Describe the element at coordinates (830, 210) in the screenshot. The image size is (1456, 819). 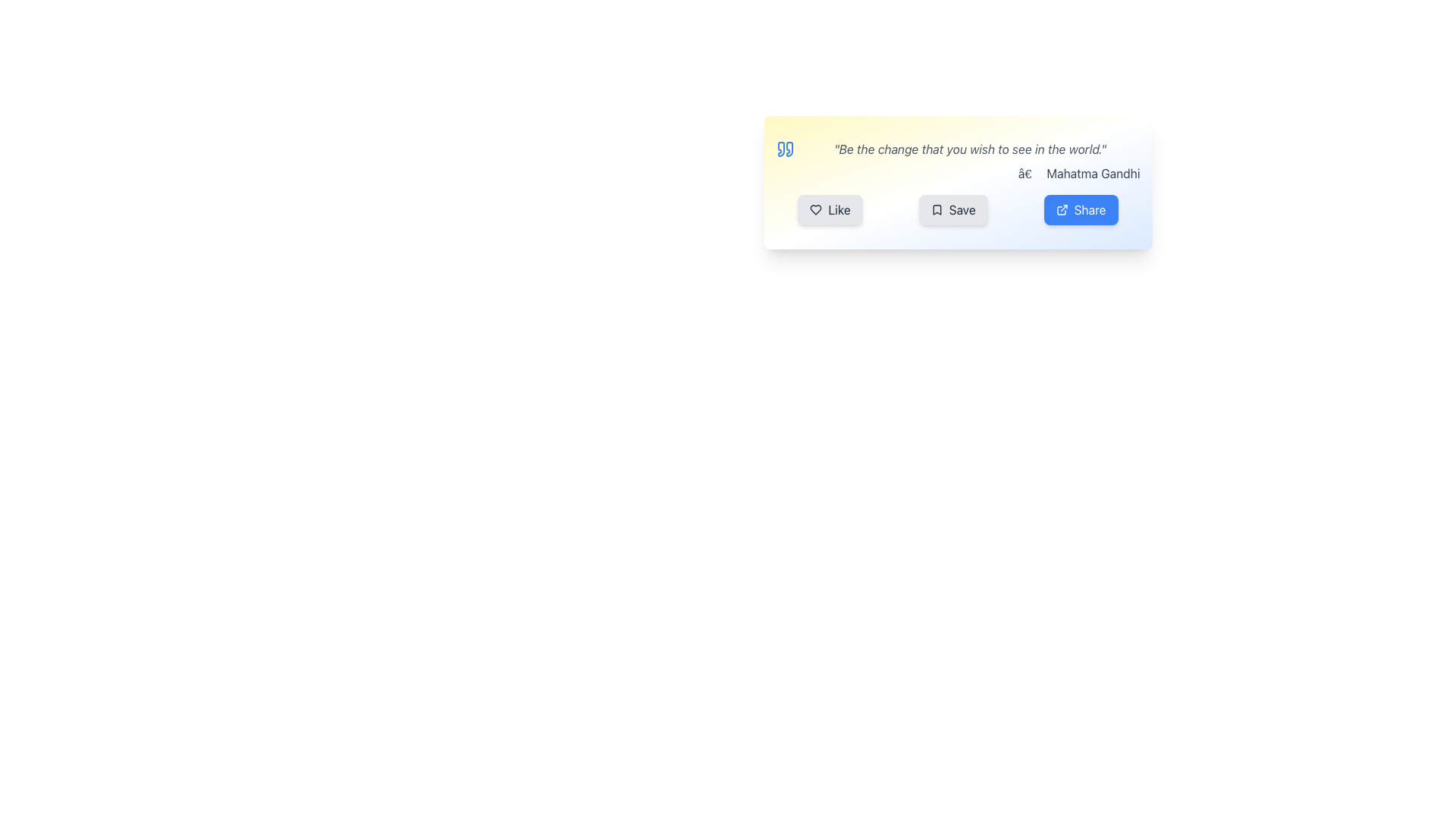
I see `the like button located at the top left of the group, which is the first in a sequence of vertically aligned buttons including 'Save' and 'Share', to change its color` at that location.